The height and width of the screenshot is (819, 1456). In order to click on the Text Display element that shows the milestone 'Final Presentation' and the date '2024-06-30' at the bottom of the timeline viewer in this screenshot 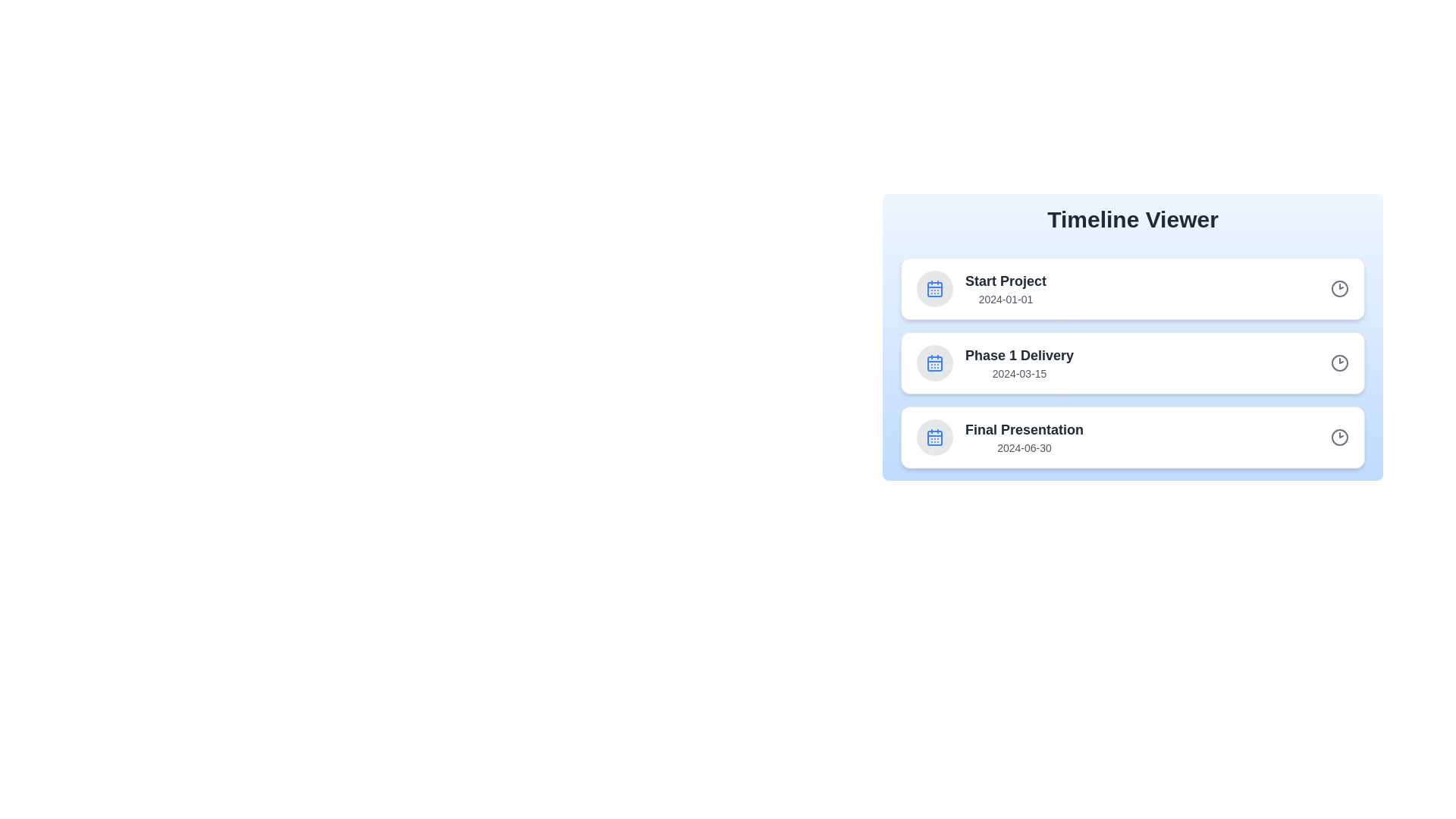, I will do `click(1025, 438)`.